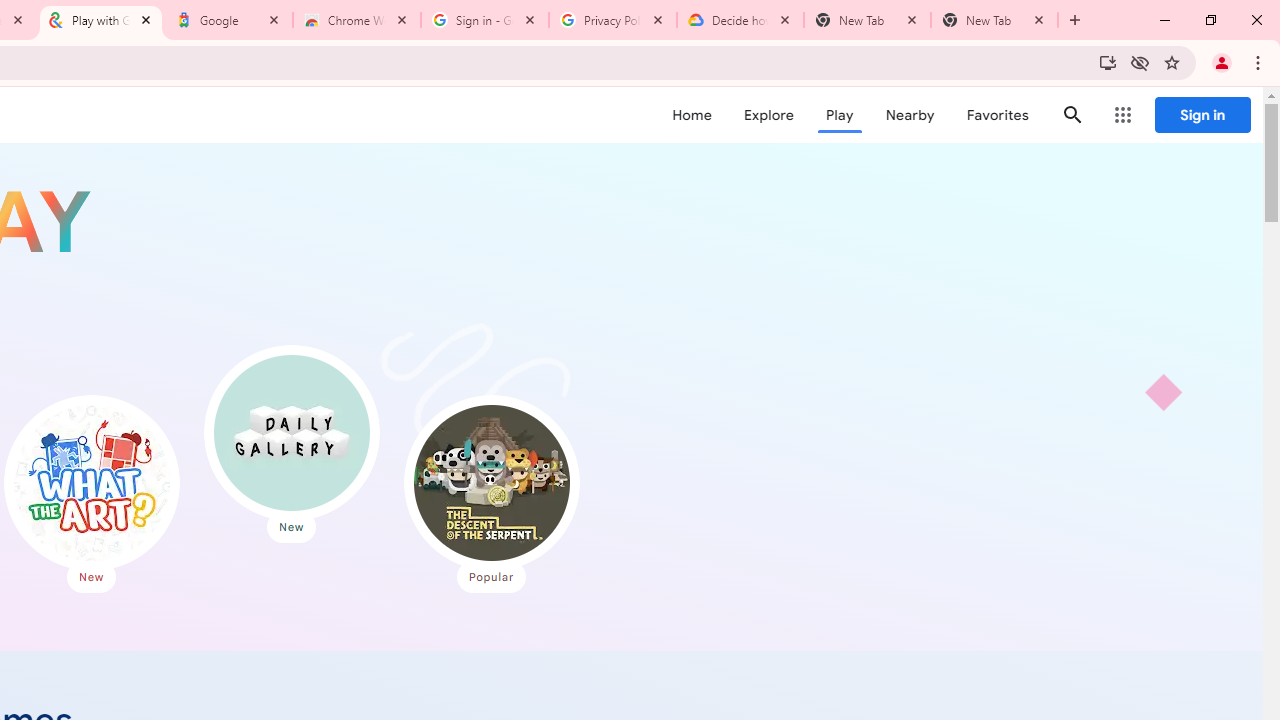 This screenshot has height=720, width=1280. Describe the element at coordinates (997, 115) in the screenshot. I see `'Favorites'` at that location.